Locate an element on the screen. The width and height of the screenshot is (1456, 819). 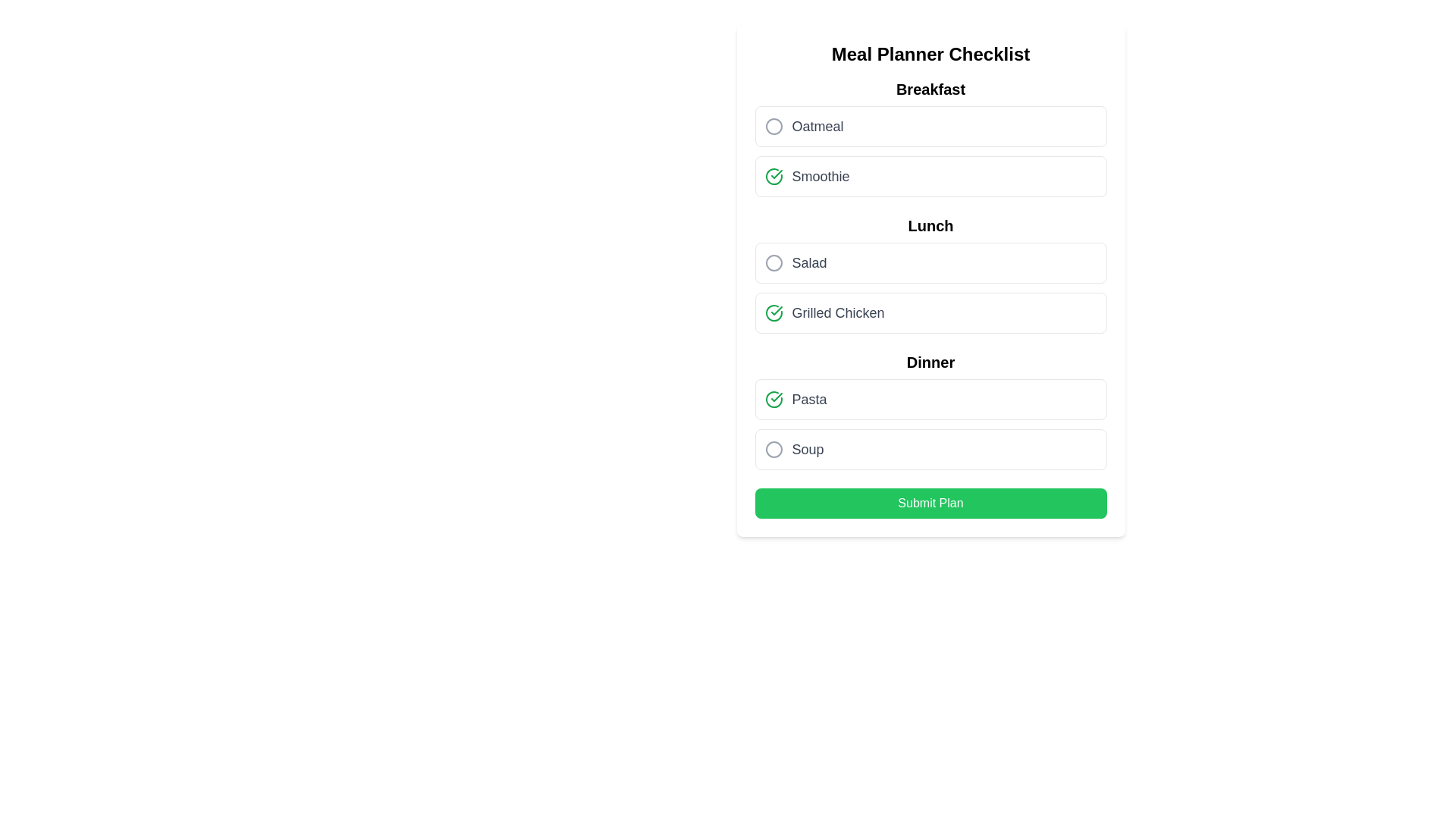
the circular icon with a gray stroke appearance located in the 'Dinner' section next to the 'Soup' label is located at coordinates (773, 449).